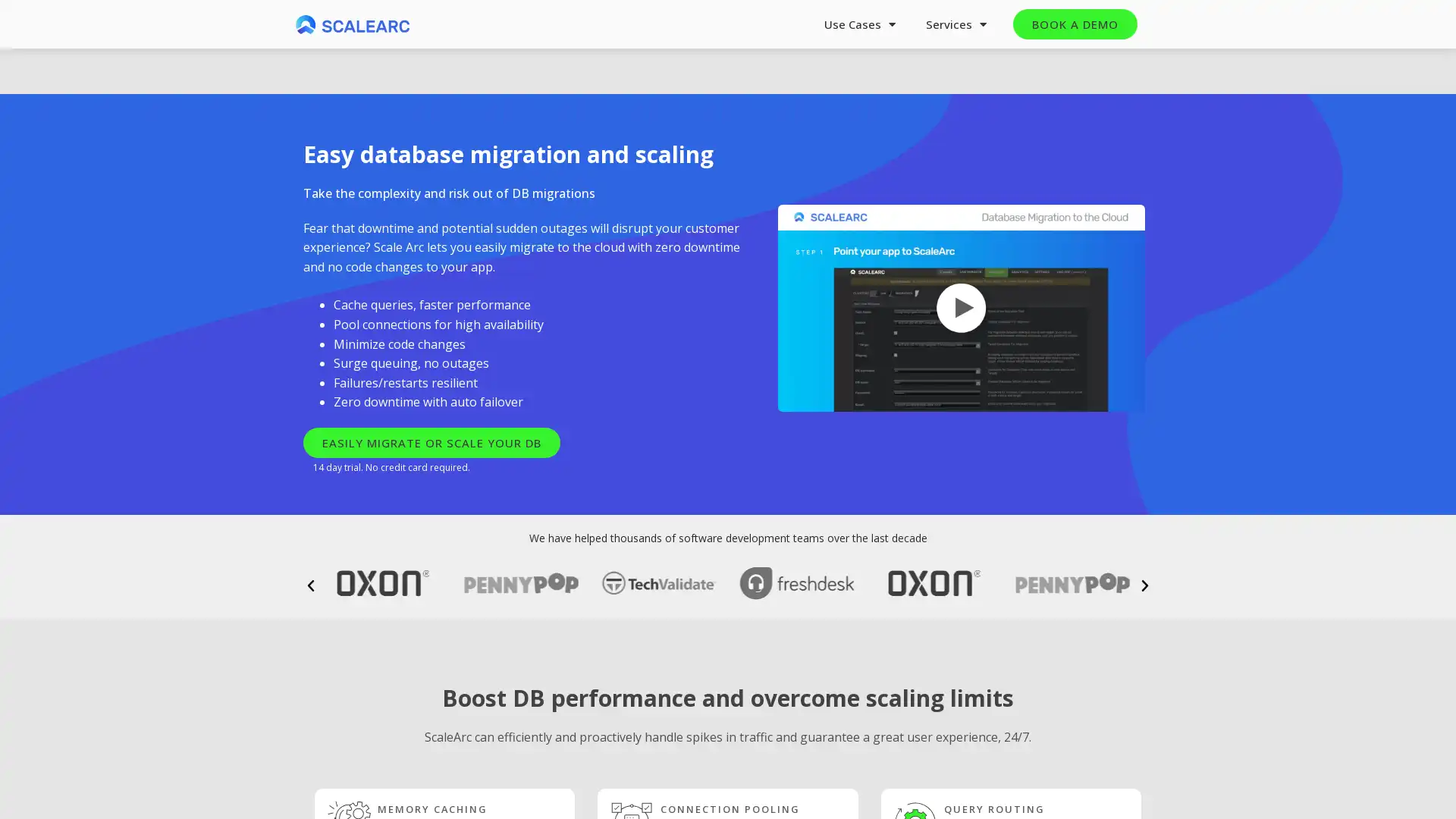 This screenshot has width=1456, height=819. I want to click on EASILY MIGRATE OR SCALE YOUR DB, so click(431, 441).